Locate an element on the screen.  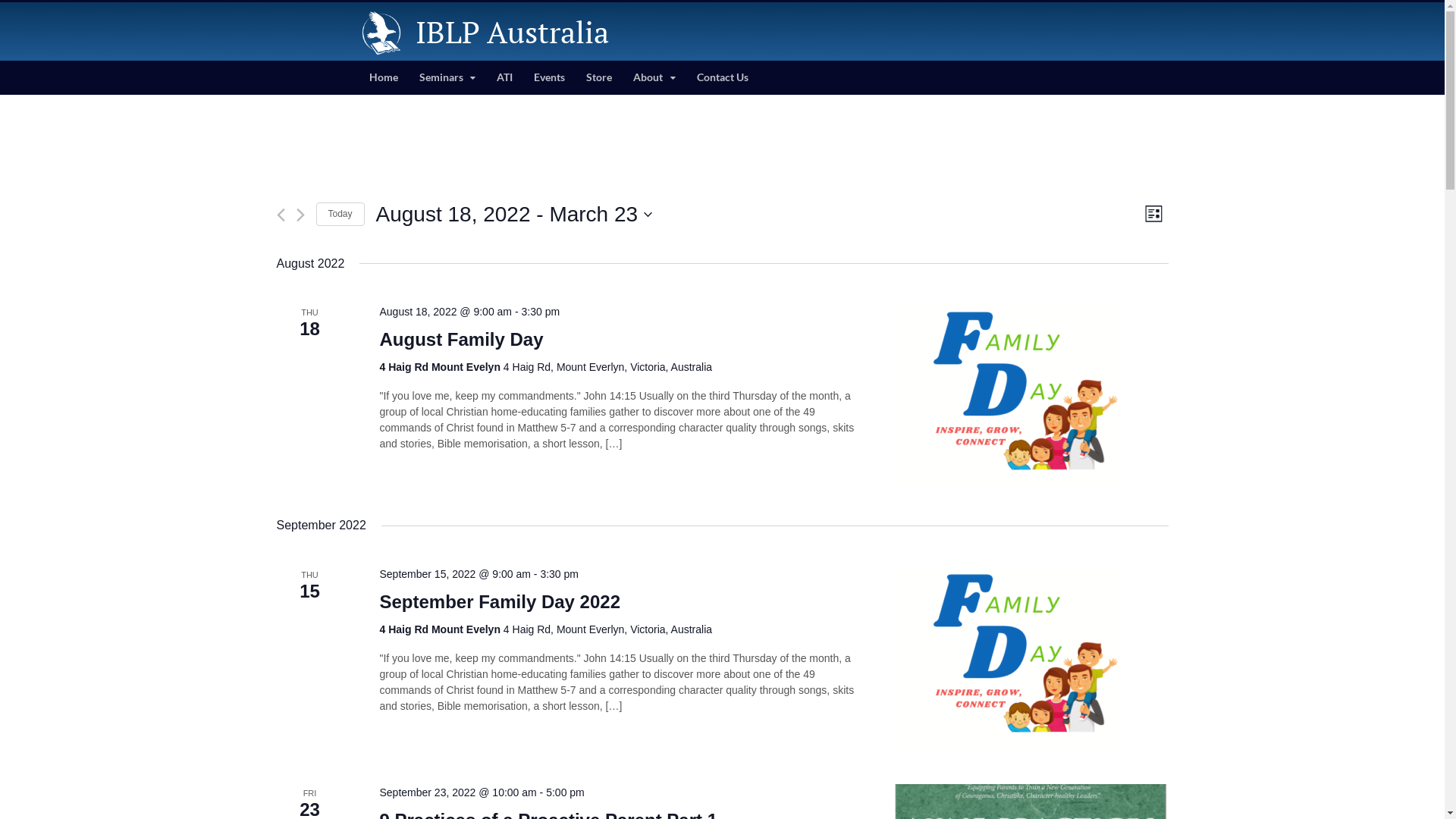
'Seminars' is located at coordinates (446, 77).